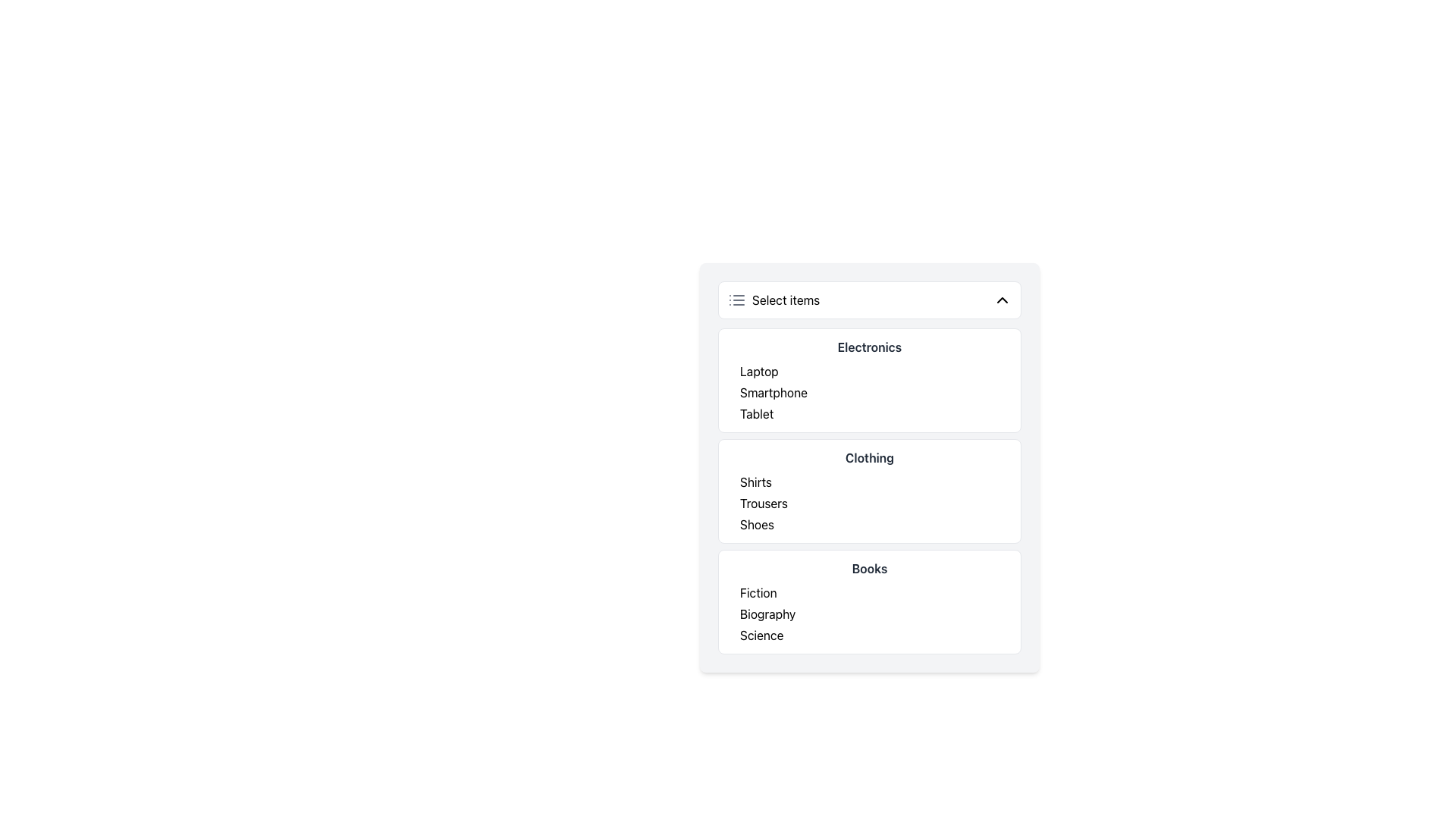  I want to click on the 'Biography' text label which is the second item in the 'Books' section of the dropdown list, so click(767, 614).